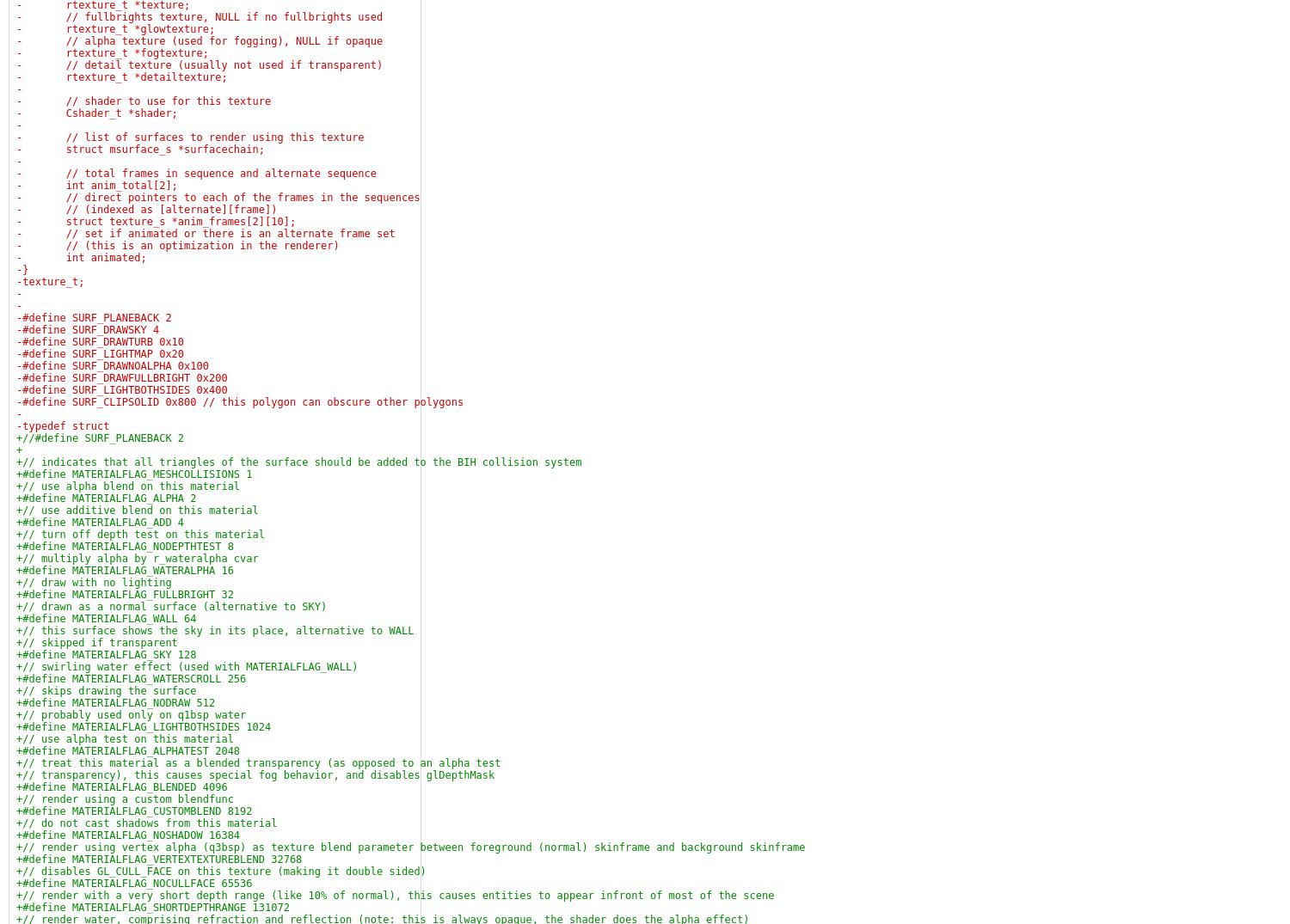 The height and width of the screenshot is (924, 1290). I want to click on '+// transparency), this causes special fog behavior, and disables glDepthMask', so click(16, 774).